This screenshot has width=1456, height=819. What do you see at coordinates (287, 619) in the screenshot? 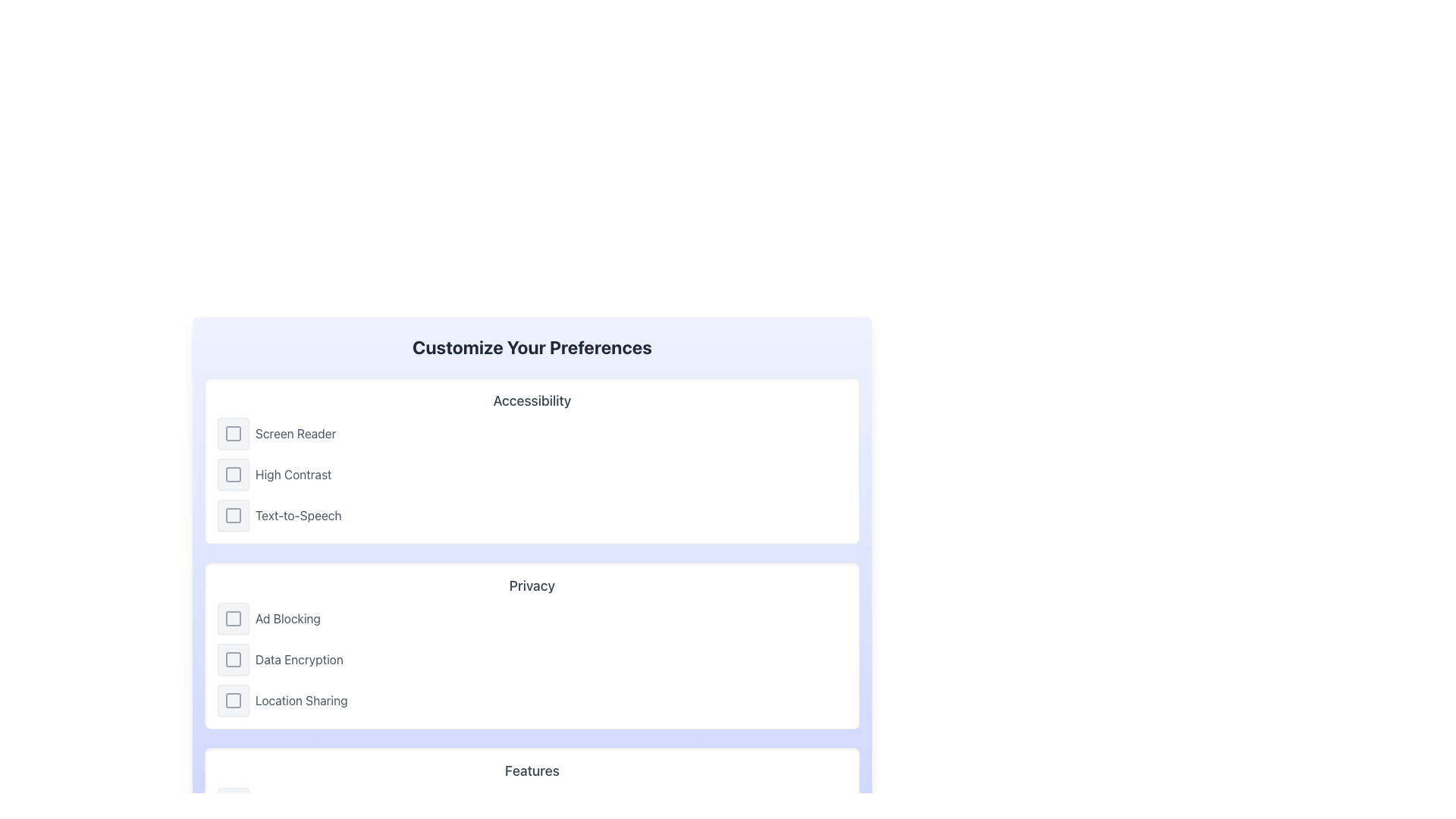
I see `the text label indicating the function of the associated checkbox in the 'Privacy' section, which is positioned third from the top` at bounding box center [287, 619].